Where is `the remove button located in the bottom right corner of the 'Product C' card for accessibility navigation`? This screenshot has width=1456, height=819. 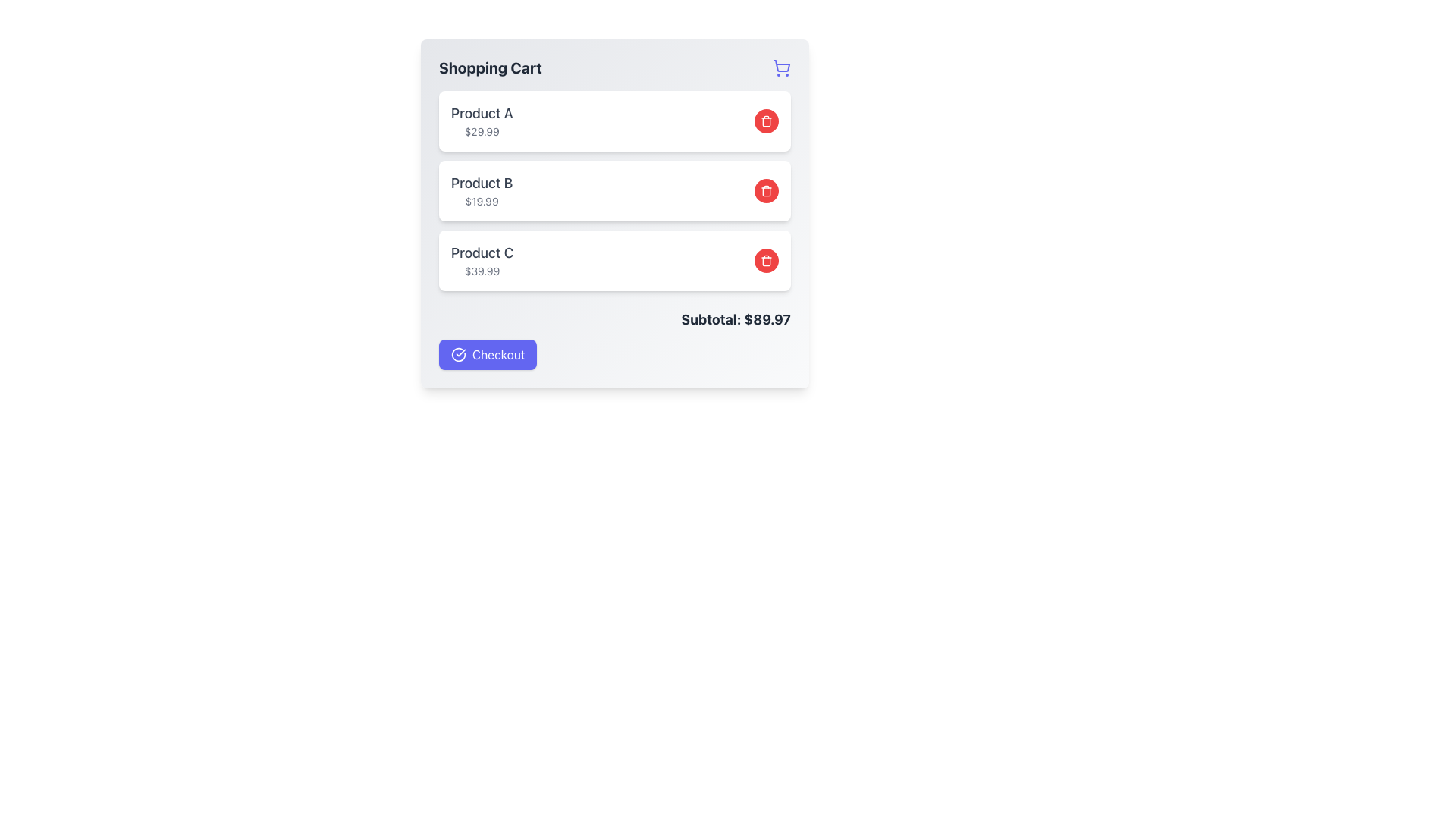 the remove button located in the bottom right corner of the 'Product C' card for accessibility navigation is located at coordinates (767, 259).